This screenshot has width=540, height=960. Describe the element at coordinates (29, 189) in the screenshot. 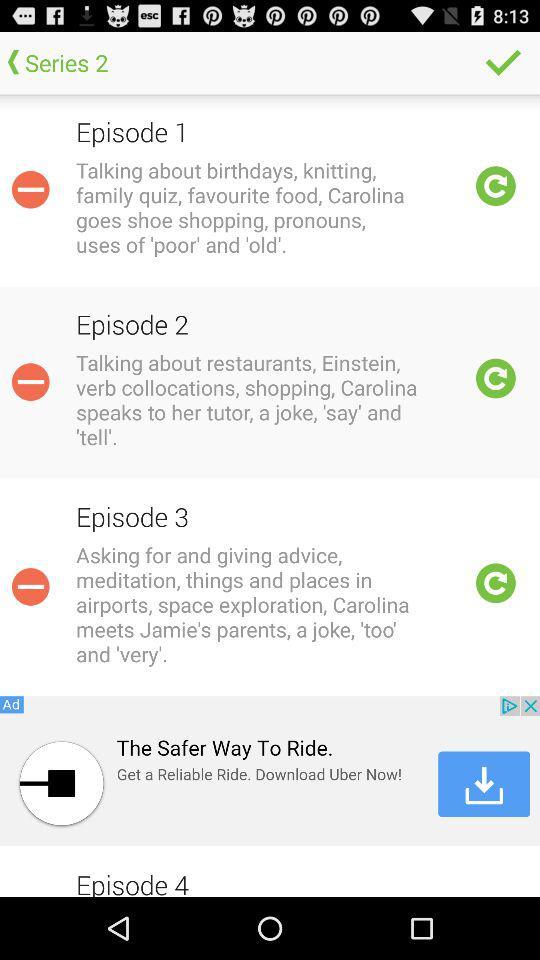

I see `remove` at that location.